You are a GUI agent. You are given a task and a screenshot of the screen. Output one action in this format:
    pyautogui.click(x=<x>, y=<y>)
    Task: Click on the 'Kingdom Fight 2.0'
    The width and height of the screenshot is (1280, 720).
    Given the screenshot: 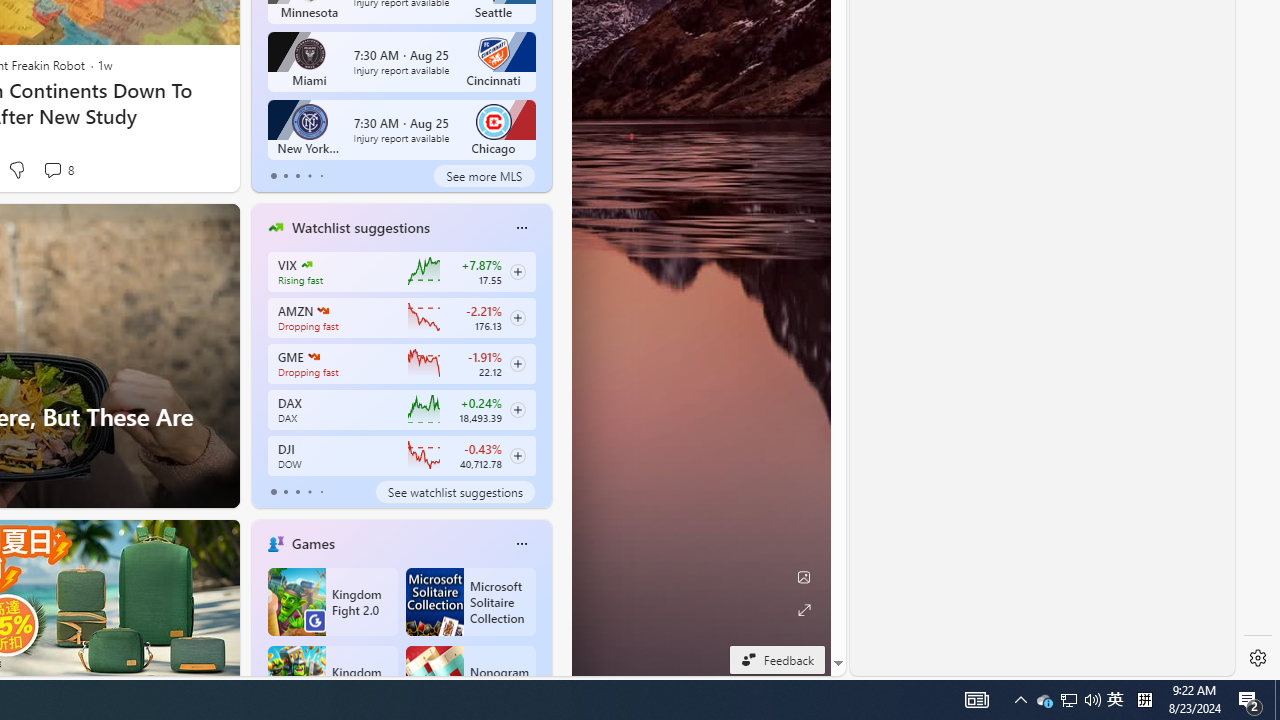 What is the action you would take?
    pyautogui.click(x=332, y=600)
    